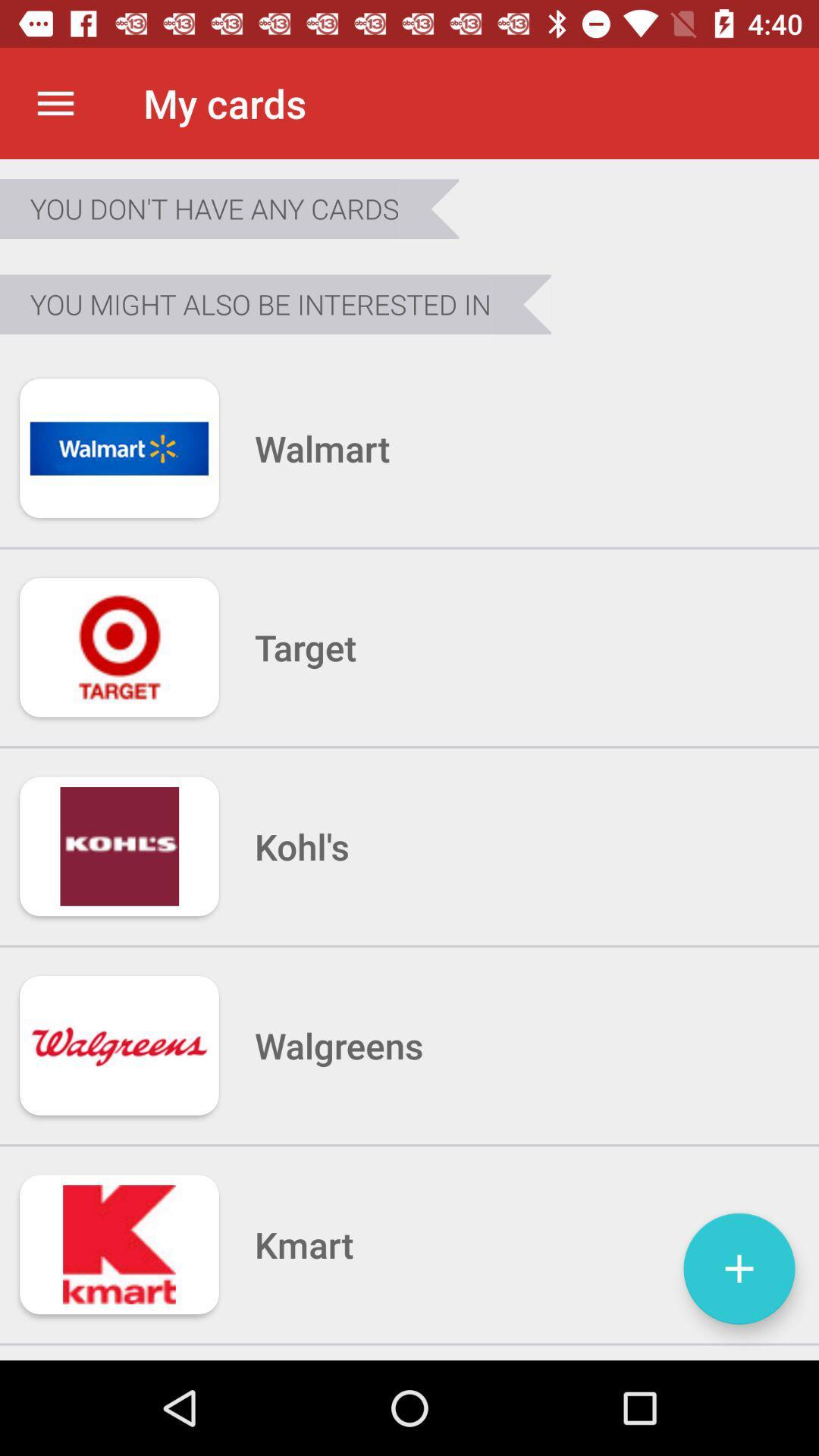 The width and height of the screenshot is (819, 1456). Describe the element at coordinates (55, 102) in the screenshot. I see `icon to the left of the my cards item` at that location.